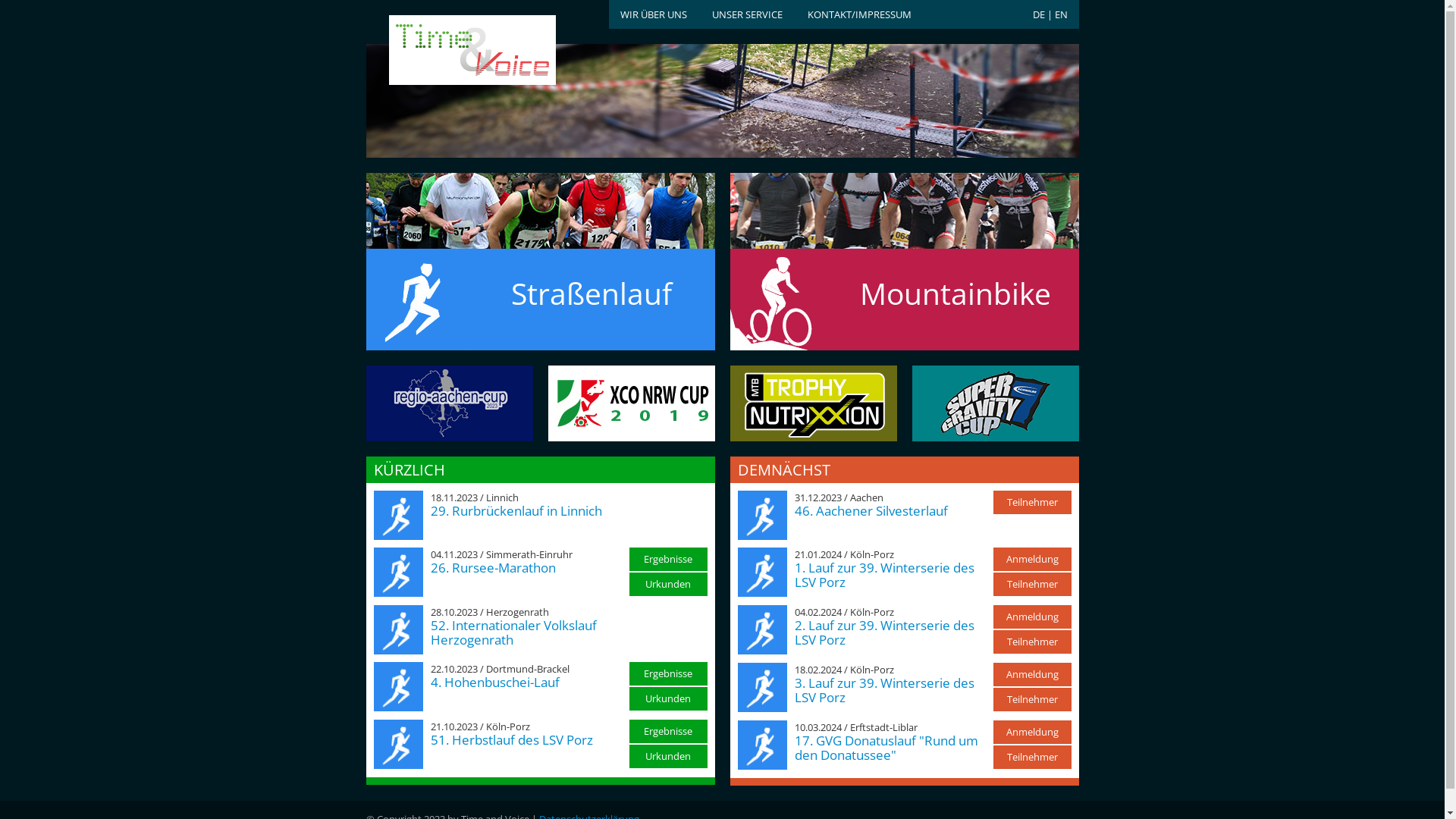 The height and width of the screenshot is (819, 1456). What do you see at coordinates (1037, 14) in the screenshot?
I see `'DE'` at bounding box center [1037, 14].